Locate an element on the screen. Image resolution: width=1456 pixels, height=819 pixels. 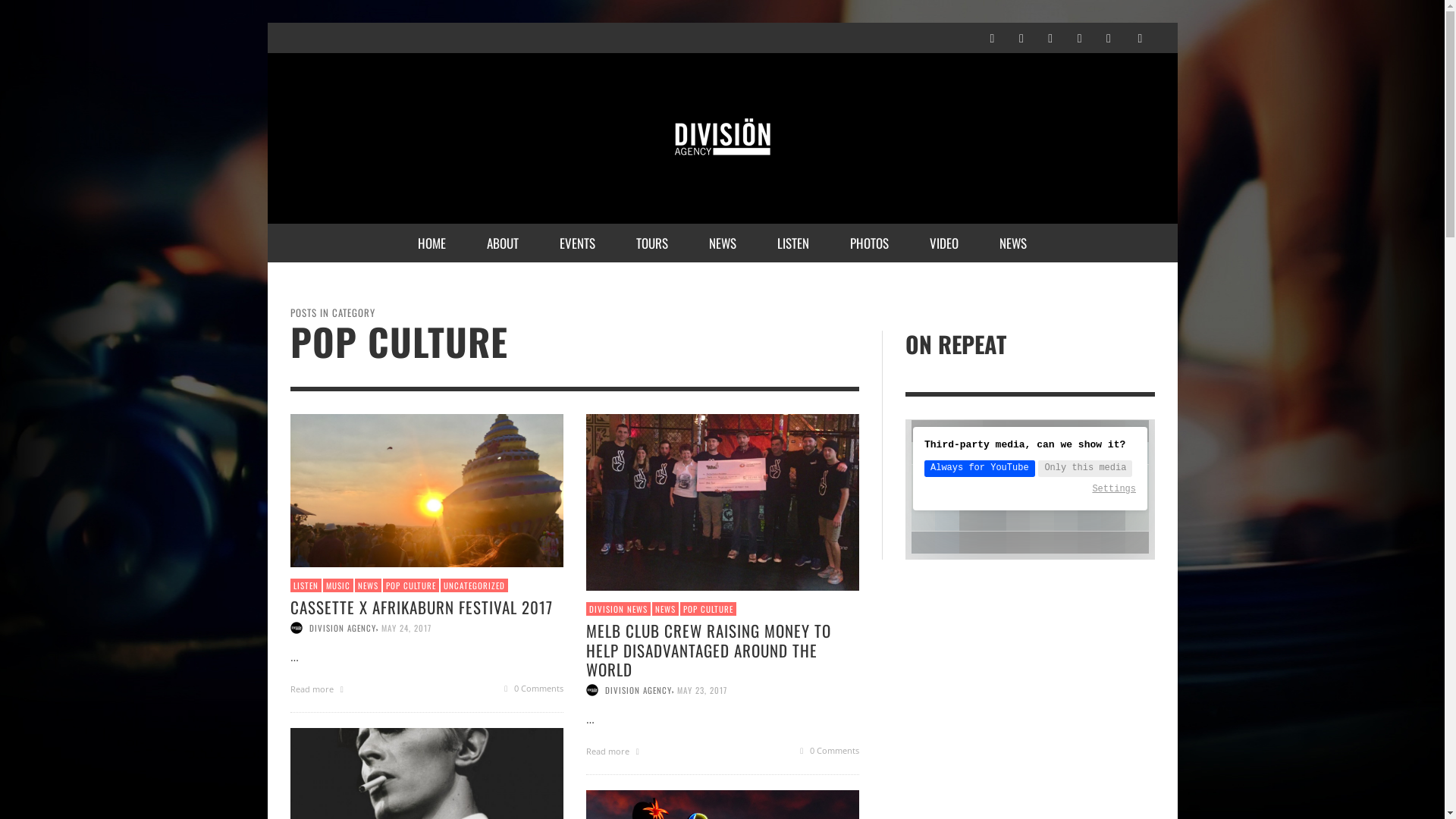
'Youtube' is located at coordinates (1109, 37).